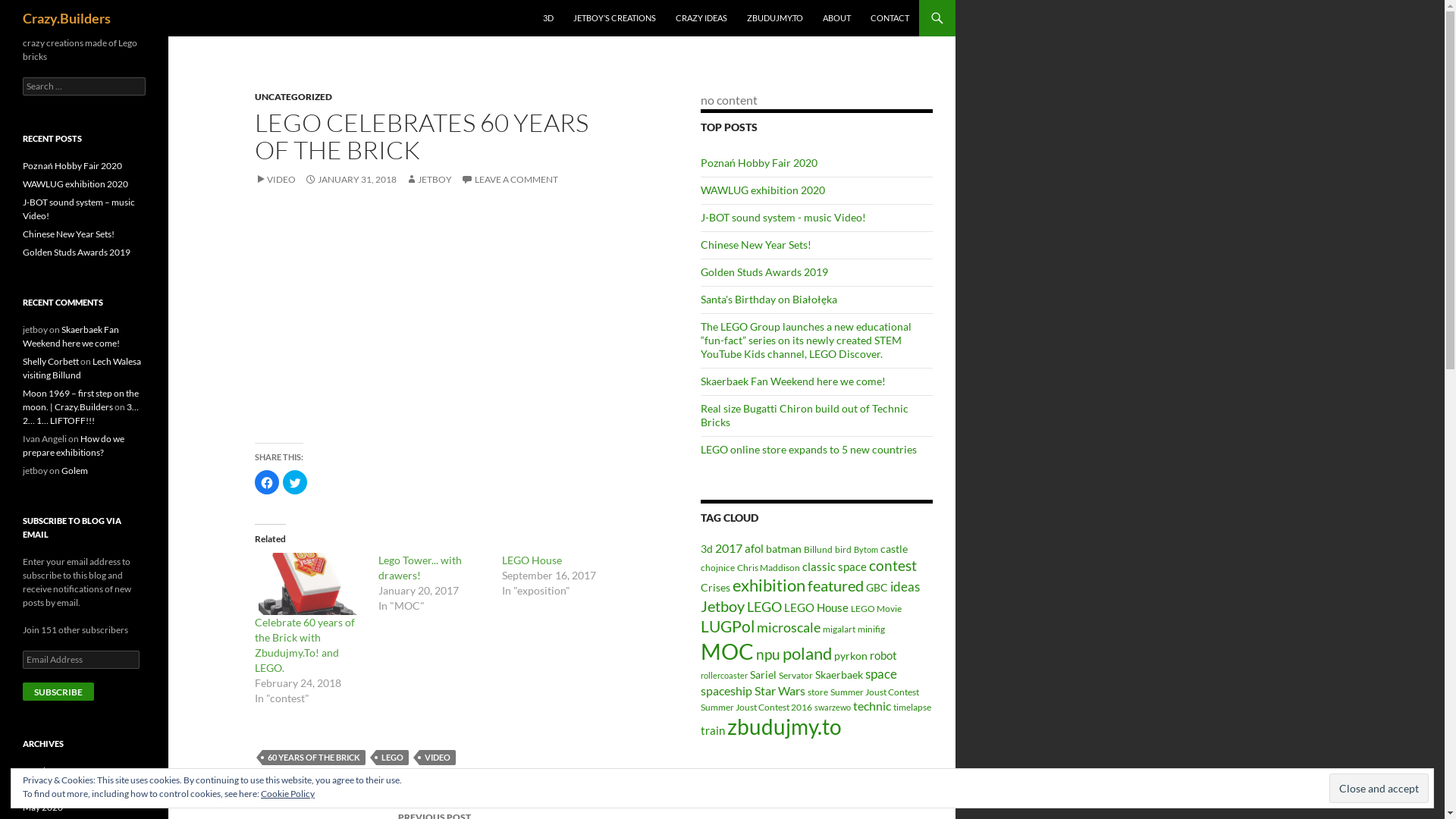 The width and height of the screenshot is (1456, 819). Describe the element at coordinates (726, 650) in the screenshot. I see `'MOC'` at that location.